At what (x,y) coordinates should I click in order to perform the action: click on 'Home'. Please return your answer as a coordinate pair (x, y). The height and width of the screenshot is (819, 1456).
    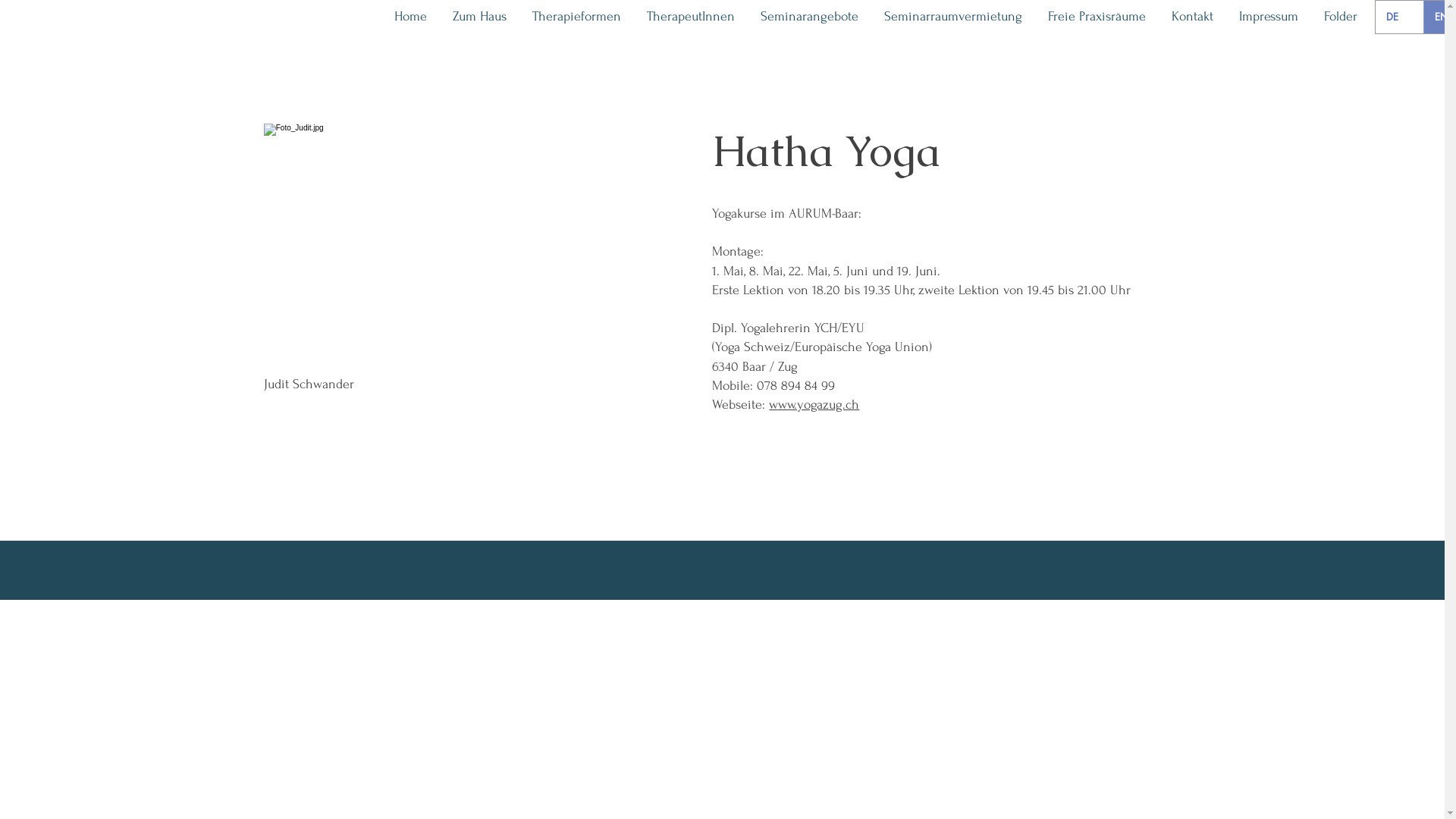
    Looking at the image, I should click on (410, 17).